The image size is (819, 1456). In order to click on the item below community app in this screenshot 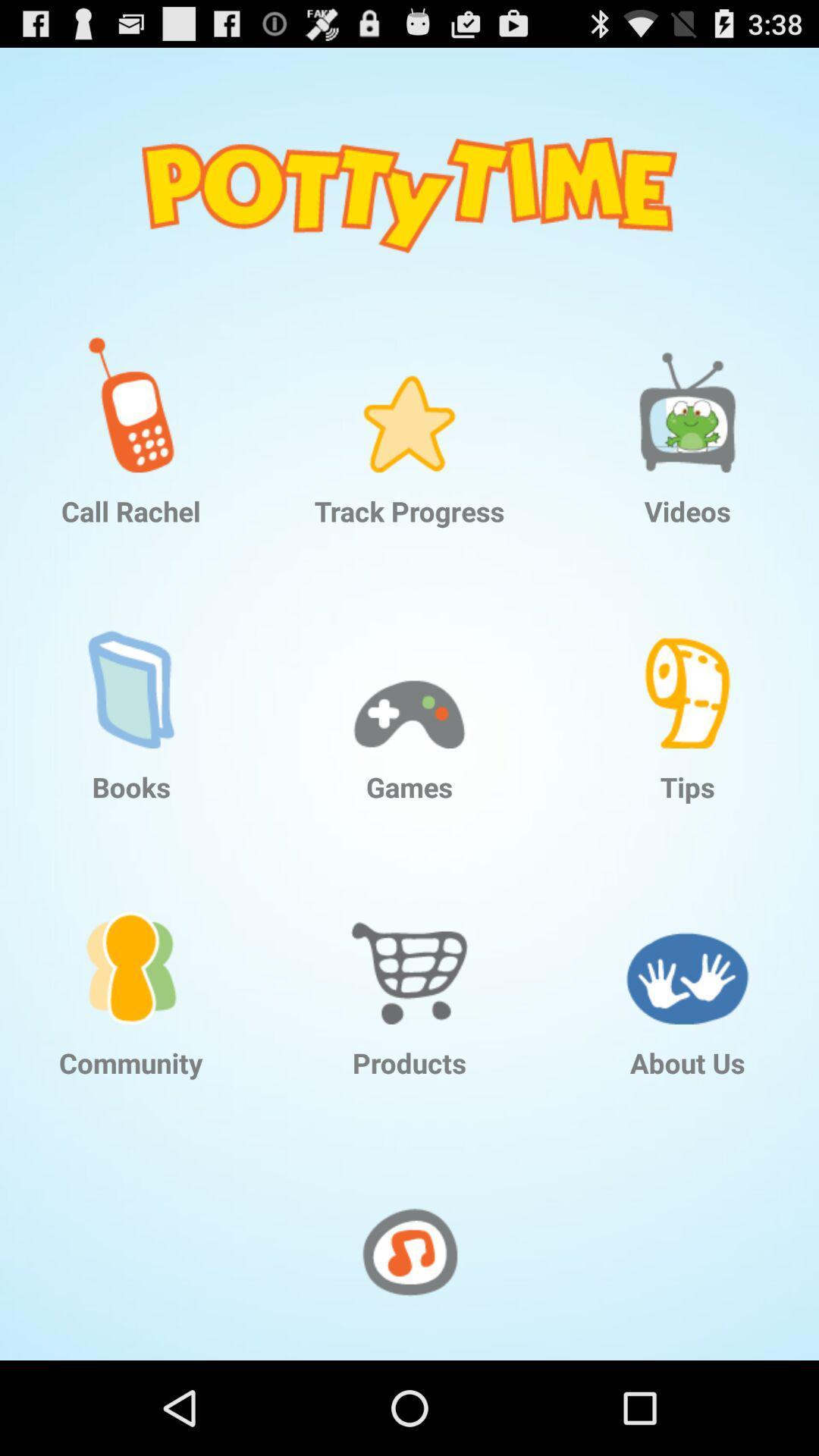, I will do `click(409, 1250)`.